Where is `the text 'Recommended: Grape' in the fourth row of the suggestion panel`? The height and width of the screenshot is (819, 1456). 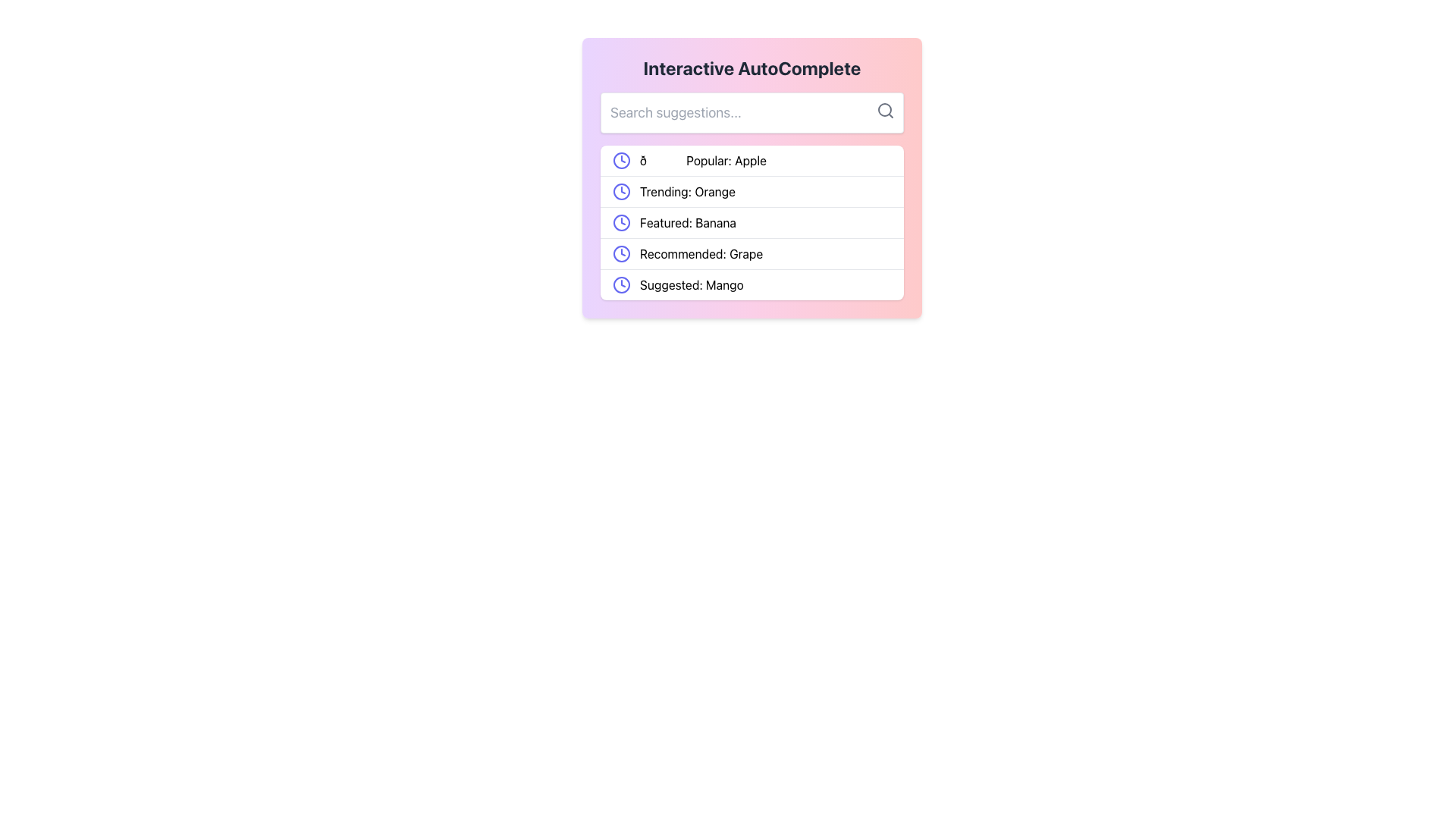
the text 'Recommended: Grape' in the fourth row of the suggestion panel is located at coordinates (752, 253).